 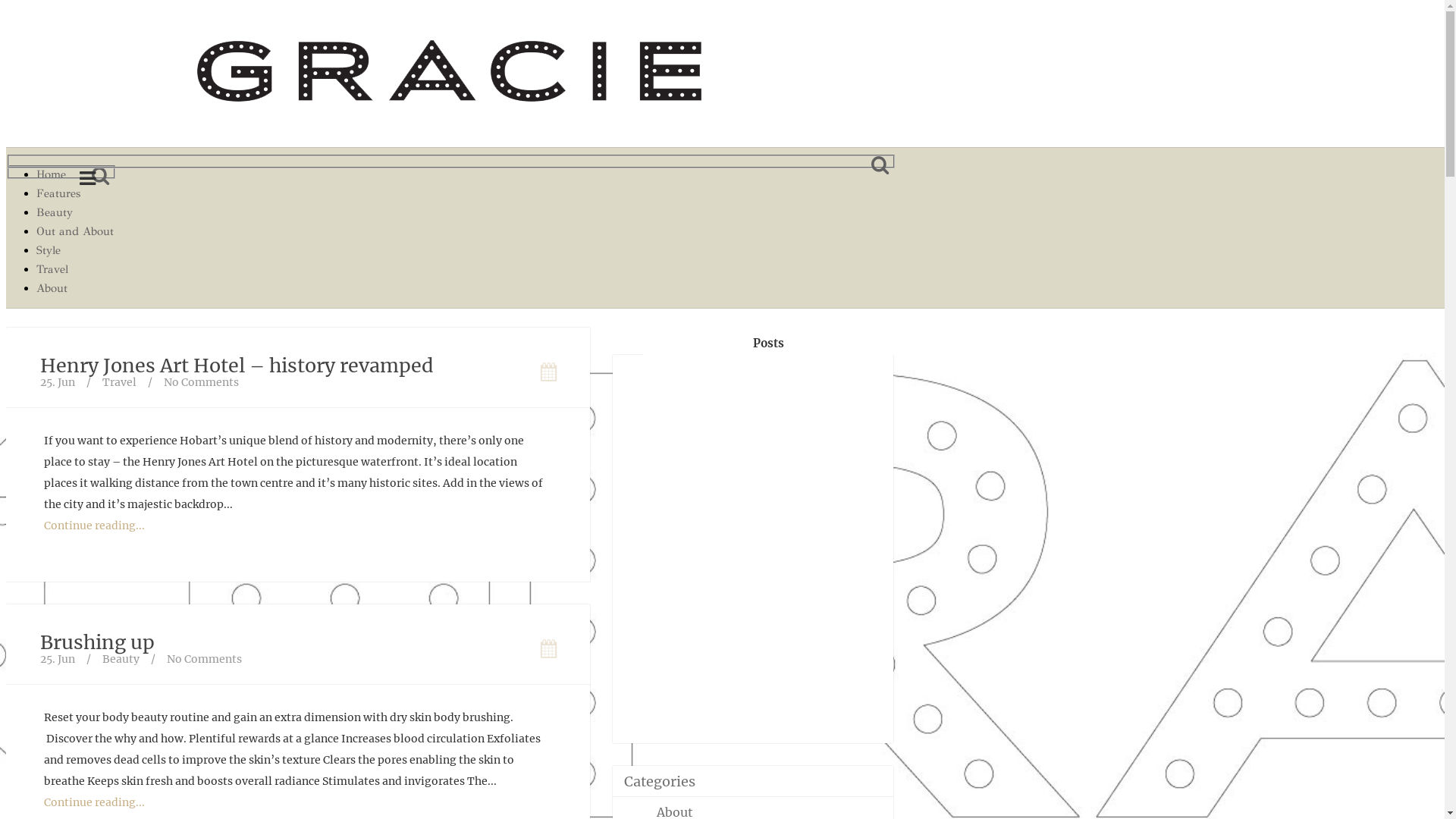 I want to click on 'Travel', so click(x=74, y=268).